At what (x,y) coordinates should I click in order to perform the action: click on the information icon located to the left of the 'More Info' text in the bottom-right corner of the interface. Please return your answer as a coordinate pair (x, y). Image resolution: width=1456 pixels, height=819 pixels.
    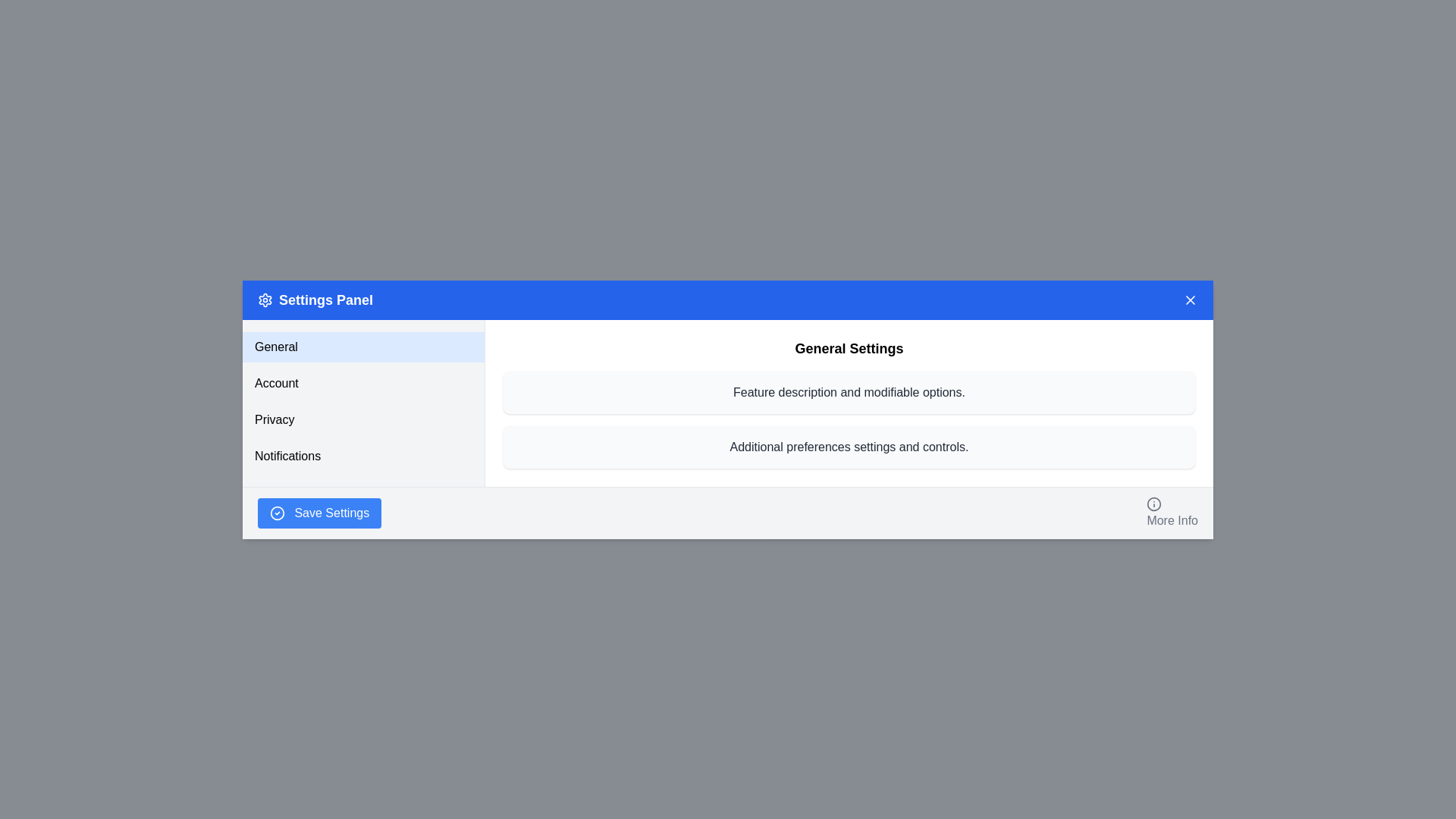
    Looking at the image, I should click on (1153, 504).